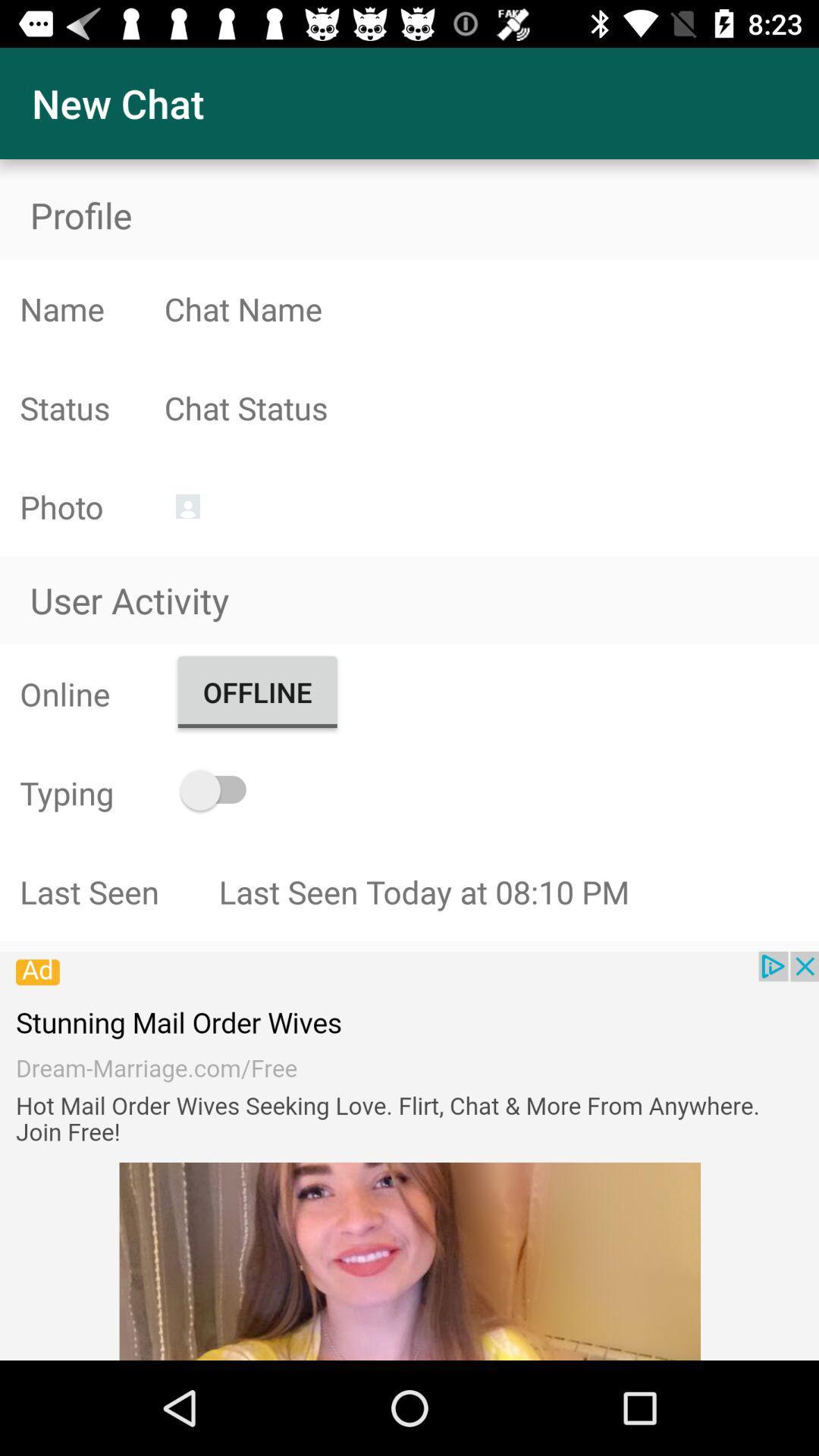  What do you see at coordinates (491, 407) in the screenshot?
I see `text box for chat status` at bounding box center [491, 407].